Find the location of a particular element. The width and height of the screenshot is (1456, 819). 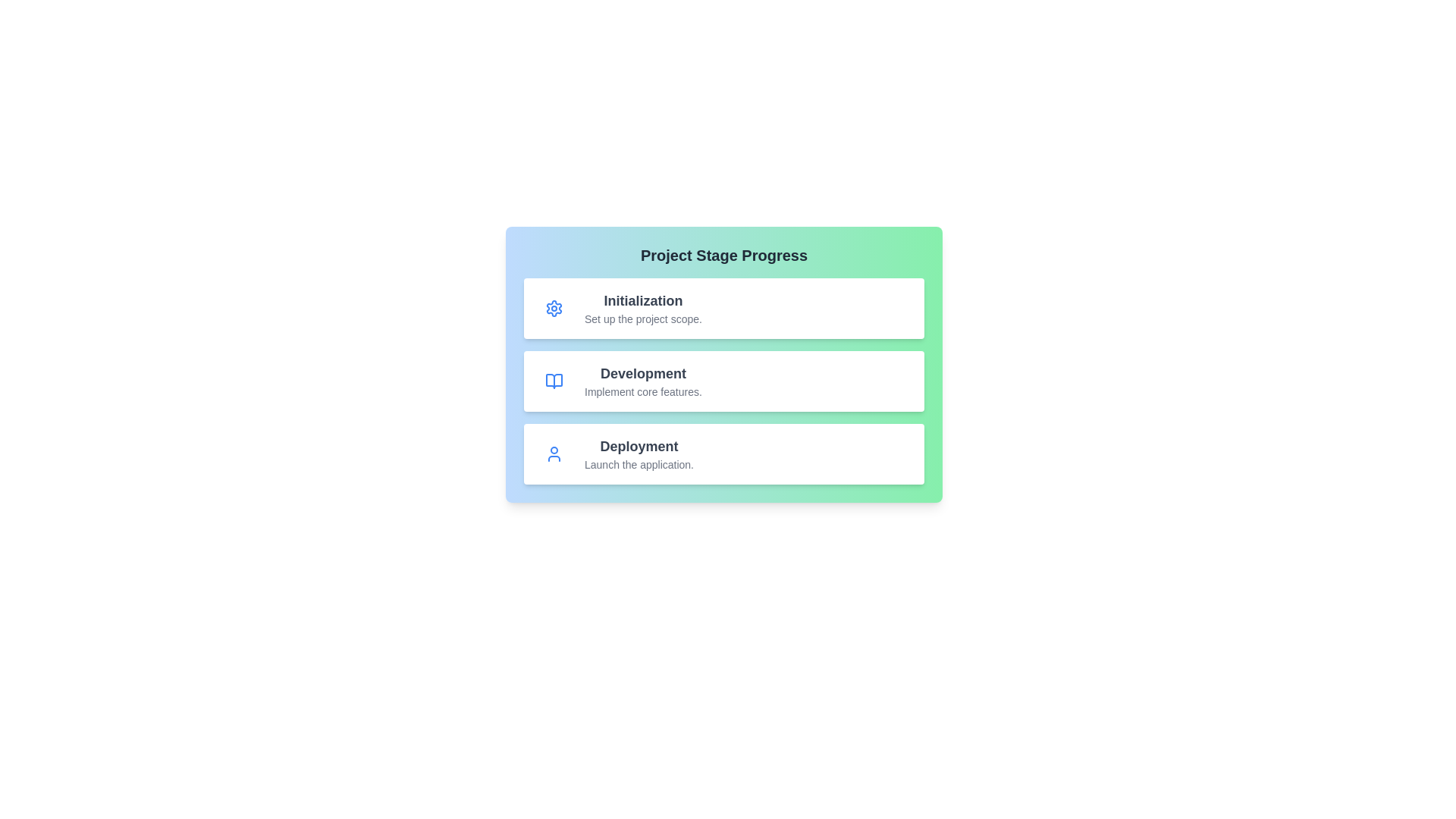

the 'Development' card item in the project progress tracker, which is located in the middle of a vertically stacked list of similar elements, right under the 'Initialization' card and above the 'Deployment' card is located at coordinates (723, 365).